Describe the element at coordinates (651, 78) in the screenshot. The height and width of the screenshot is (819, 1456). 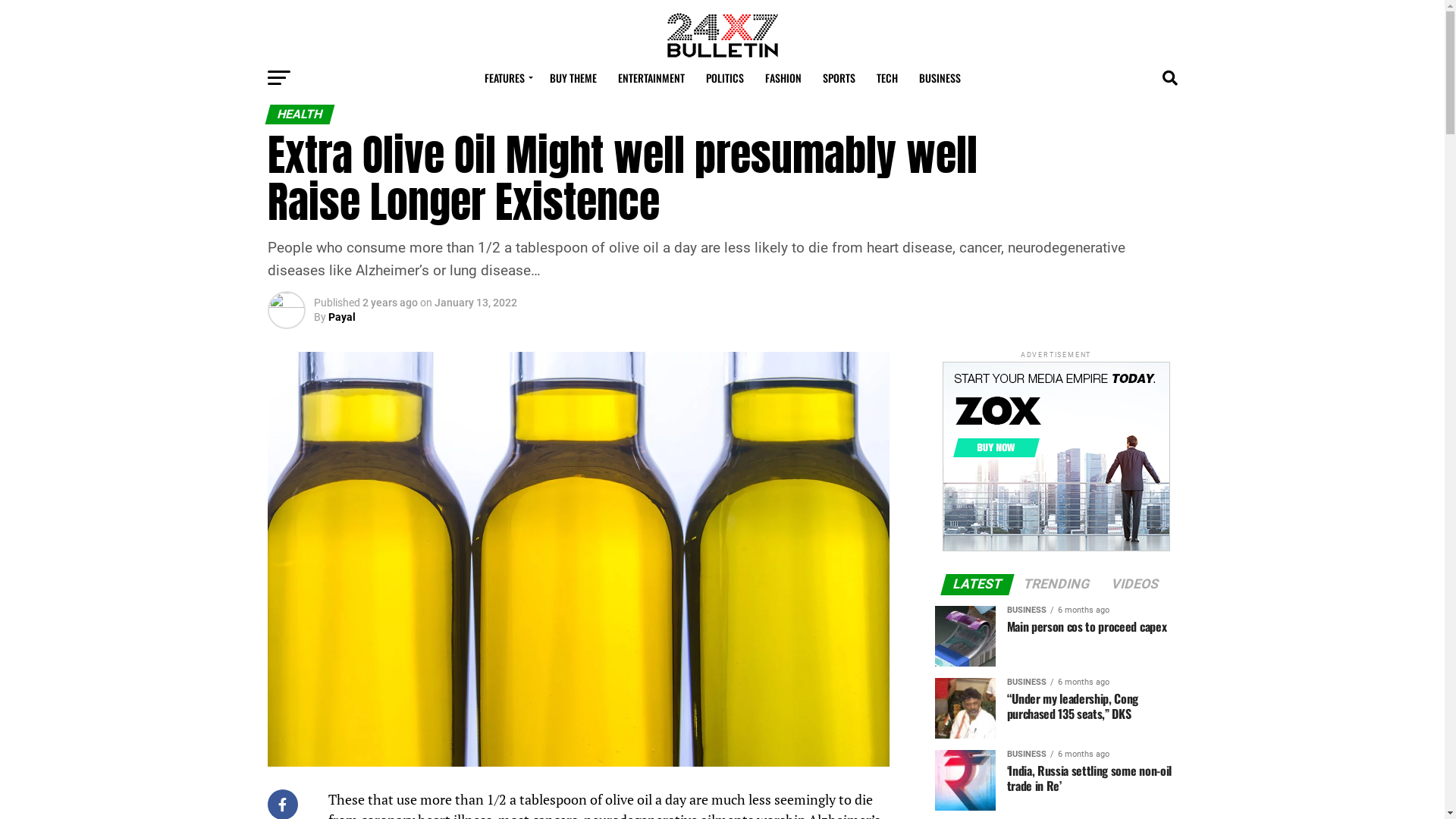
I see `'ENTERTAINMENT'` at that location.